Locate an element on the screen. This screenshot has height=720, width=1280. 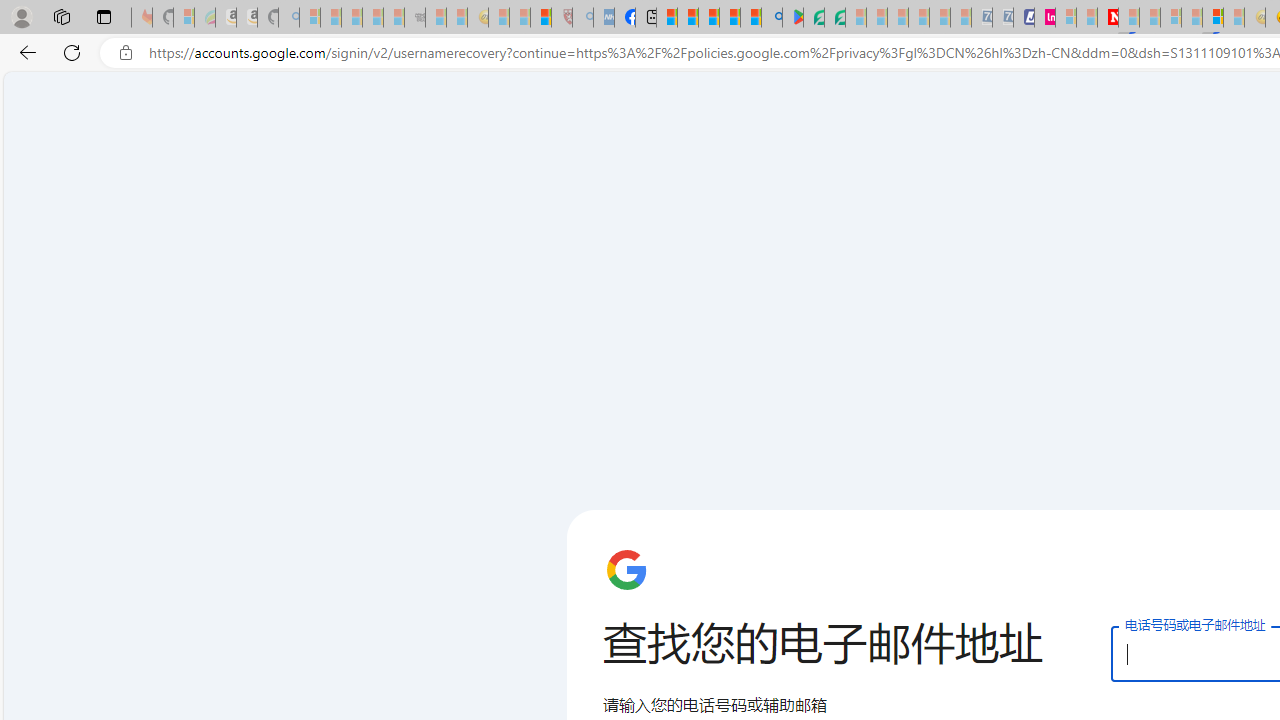
'Local - MSN' is located at coordinates (541, 17).